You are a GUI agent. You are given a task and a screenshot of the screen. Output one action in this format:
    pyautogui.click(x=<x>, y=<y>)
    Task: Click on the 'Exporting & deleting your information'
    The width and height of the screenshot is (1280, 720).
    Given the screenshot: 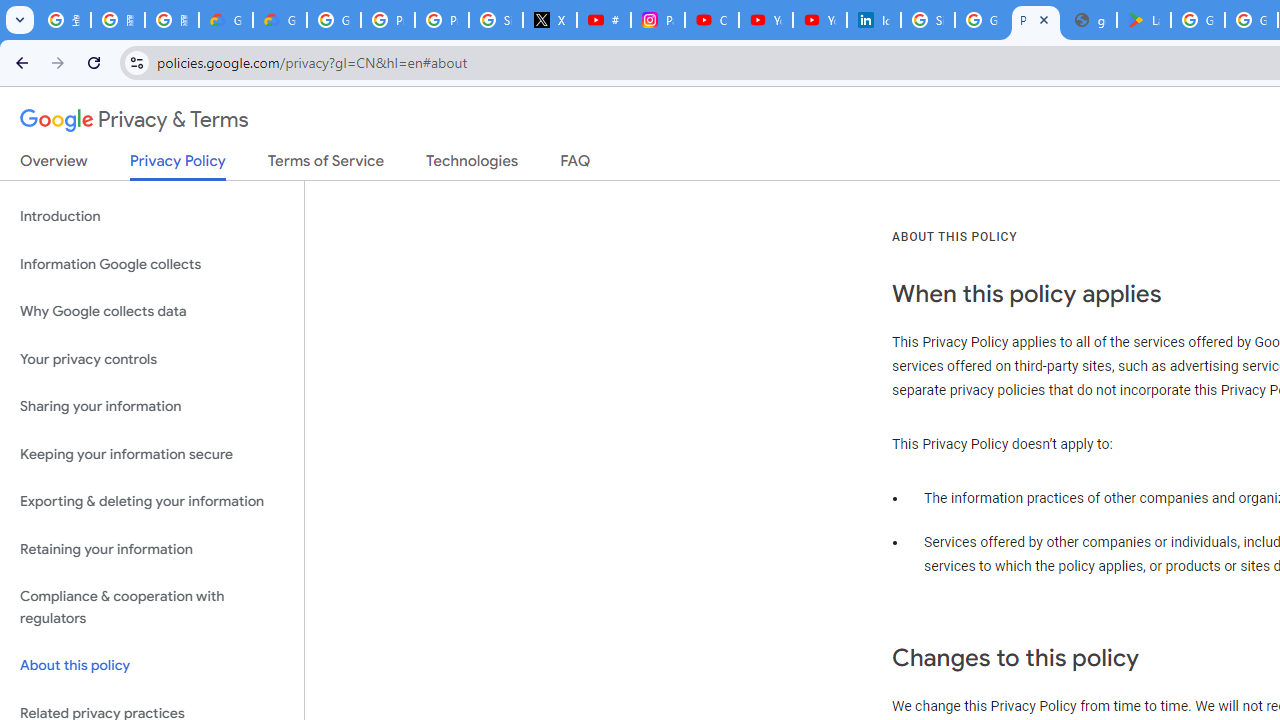 What is the action you would take?
    pyautogui.click(x=151, y=501)
    